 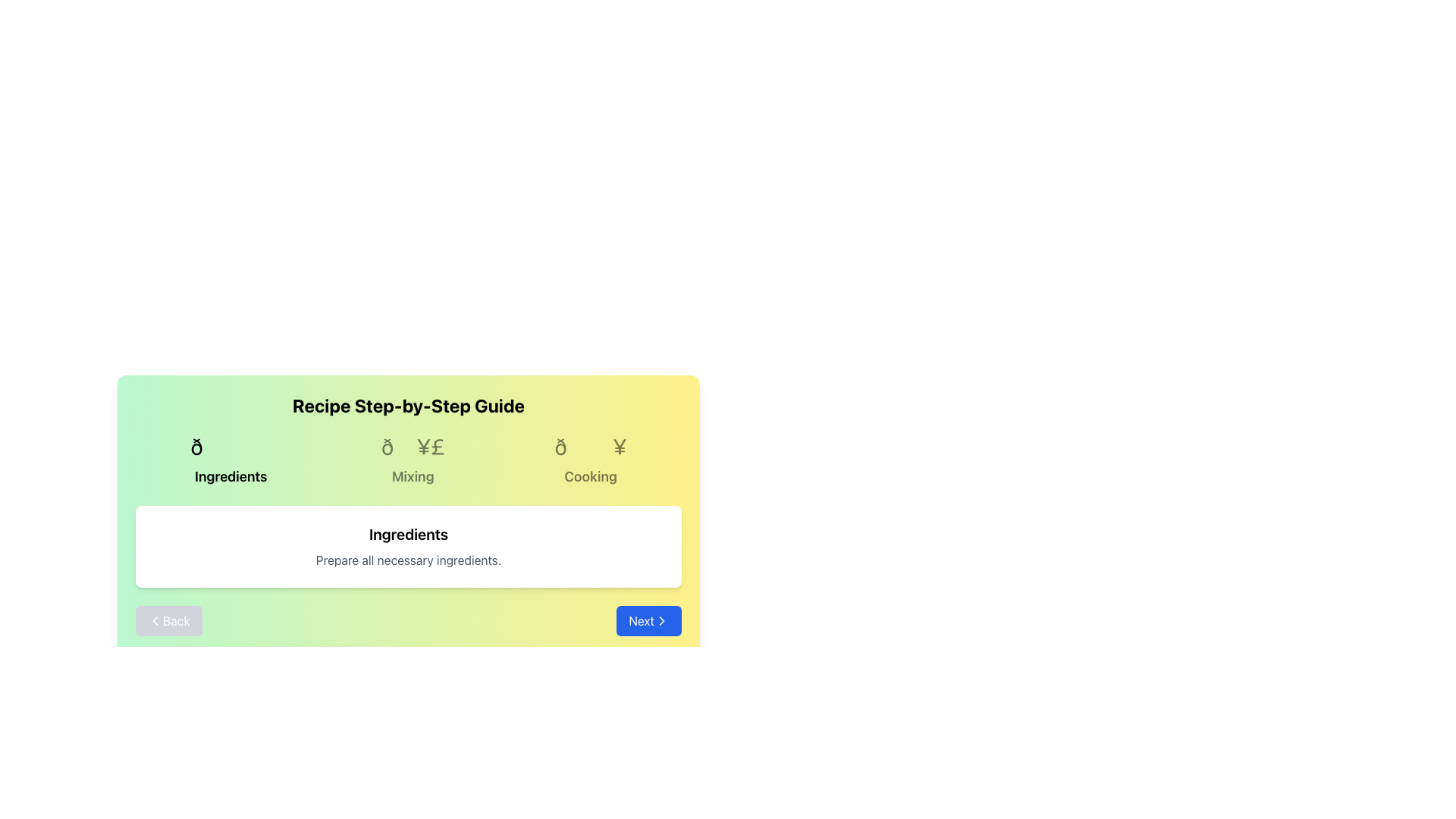 I want to click on the emoji-like element '🥣' located in the 'Mixing' section, centered at the top of the interface with a gradient background from green to yellow, so click(x=413, y=446).